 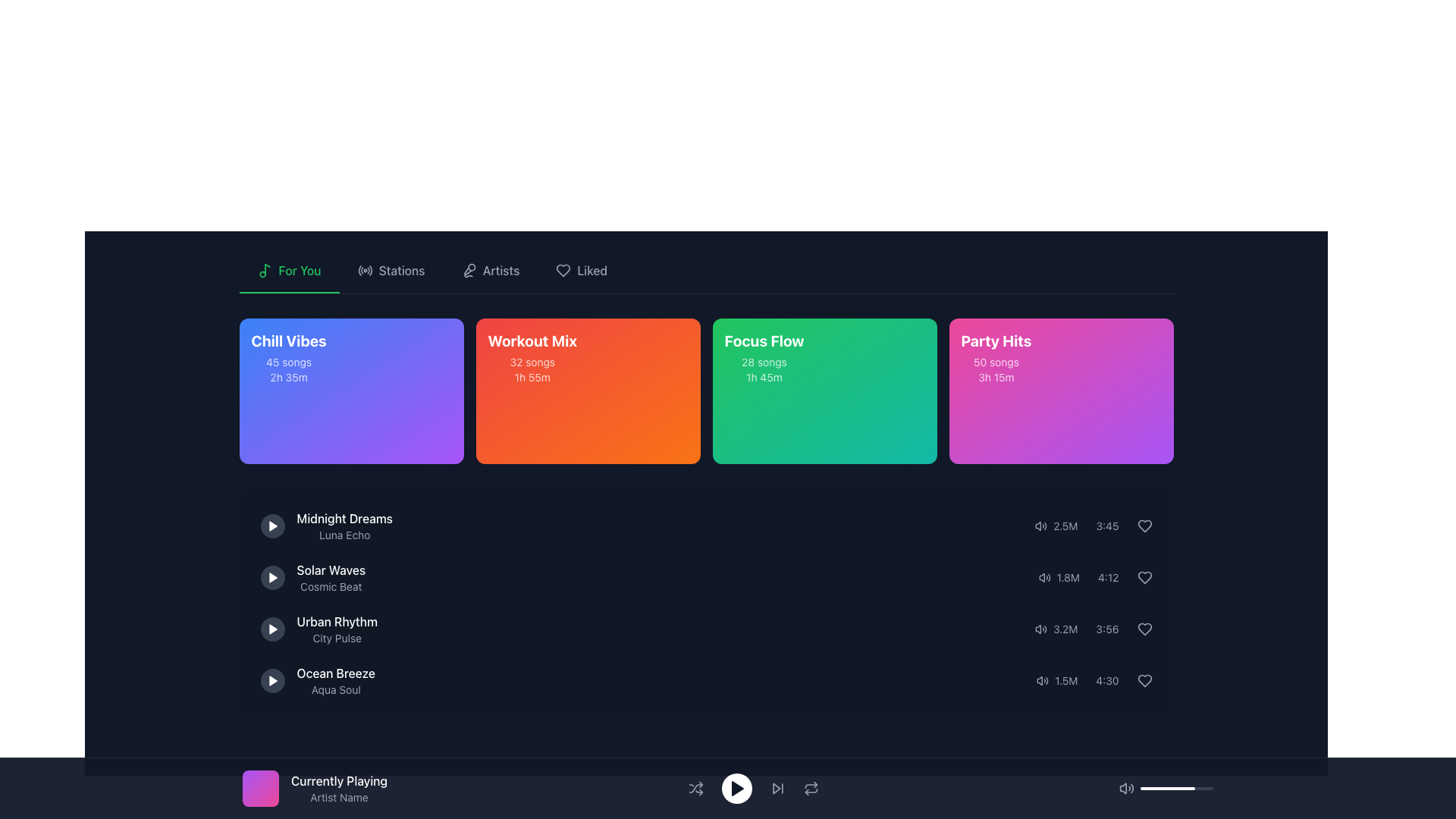 I want to click on the third arc of the volume icon, which is the outermost curved line representing sound waves, so click(x=1132, y=788).